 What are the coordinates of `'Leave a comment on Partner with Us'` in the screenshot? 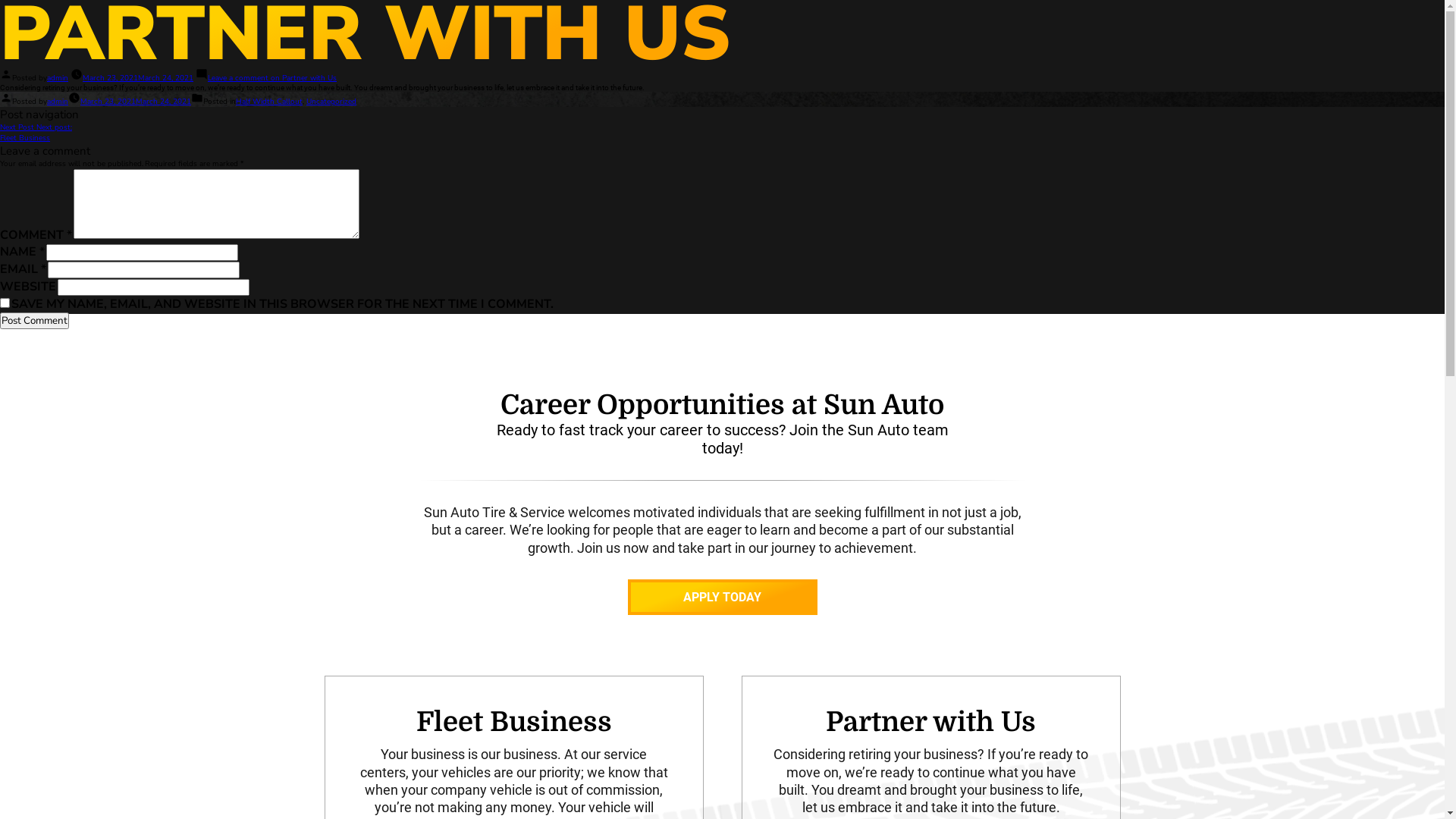 It's located at (272, 78).